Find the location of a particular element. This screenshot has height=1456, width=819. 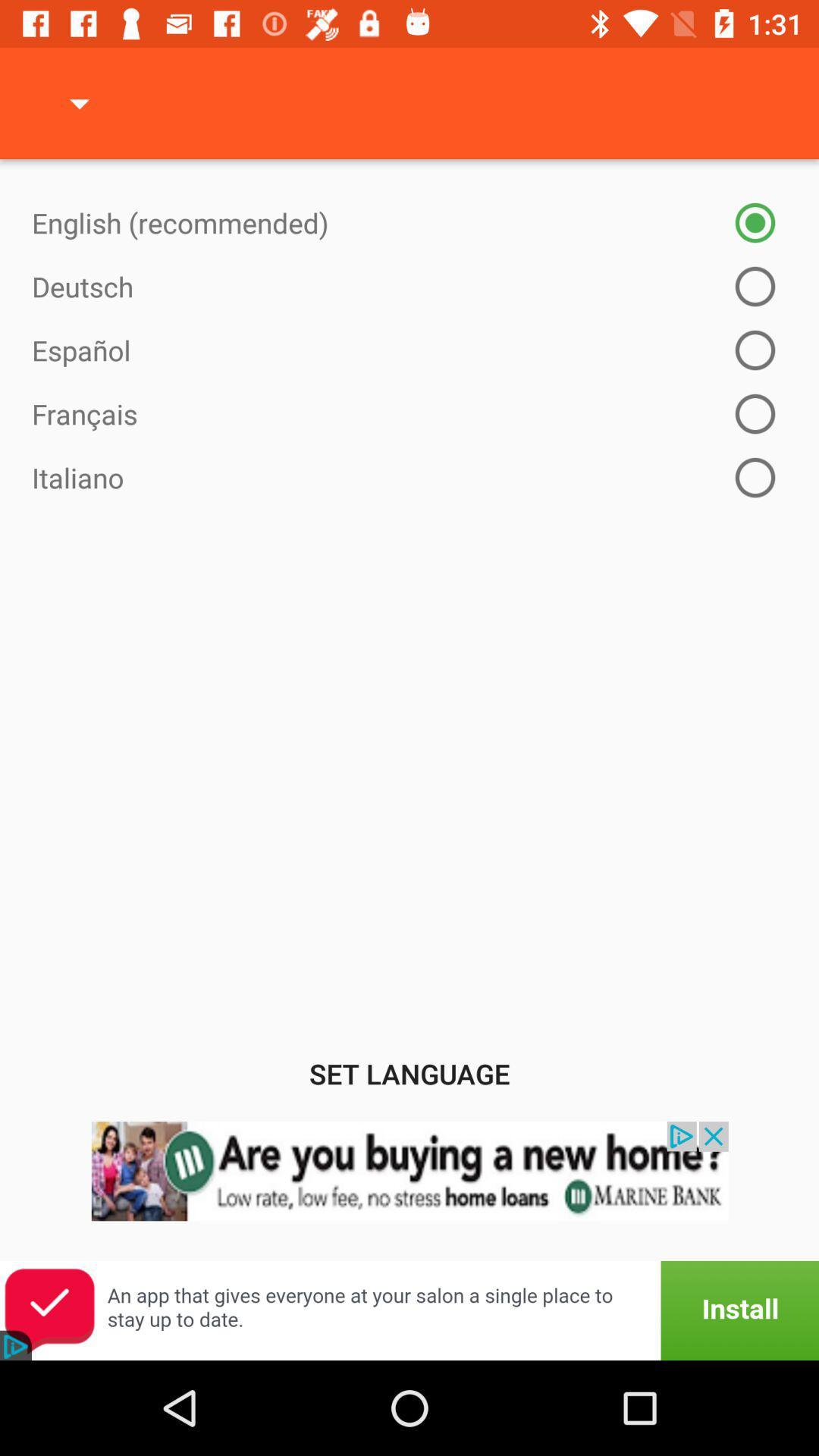

advert banner is located at coordinates (409, 1310).